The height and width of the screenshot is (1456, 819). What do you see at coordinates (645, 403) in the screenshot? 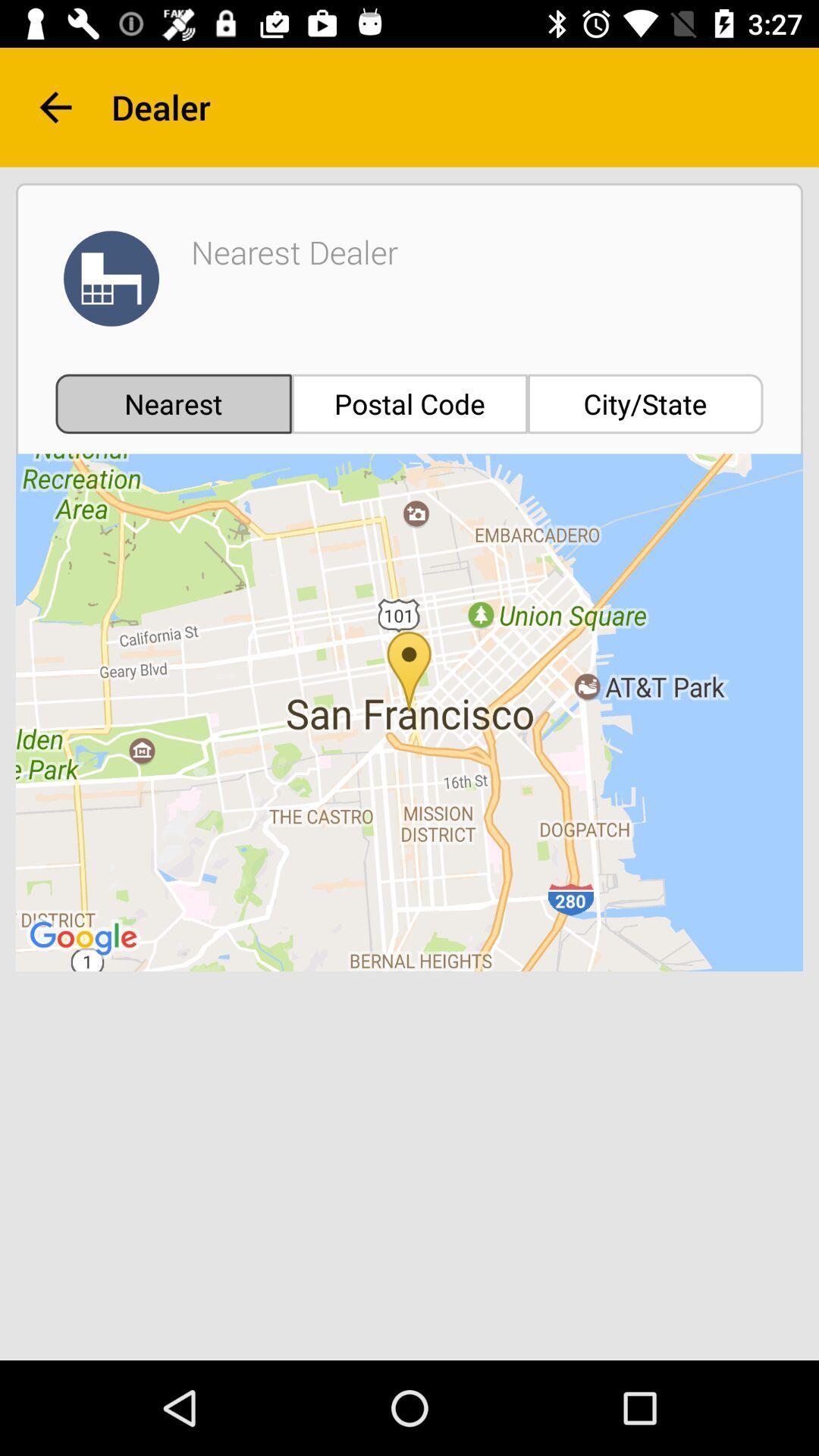
I see `icon at the top right corner` at bounding box center [645, 403].